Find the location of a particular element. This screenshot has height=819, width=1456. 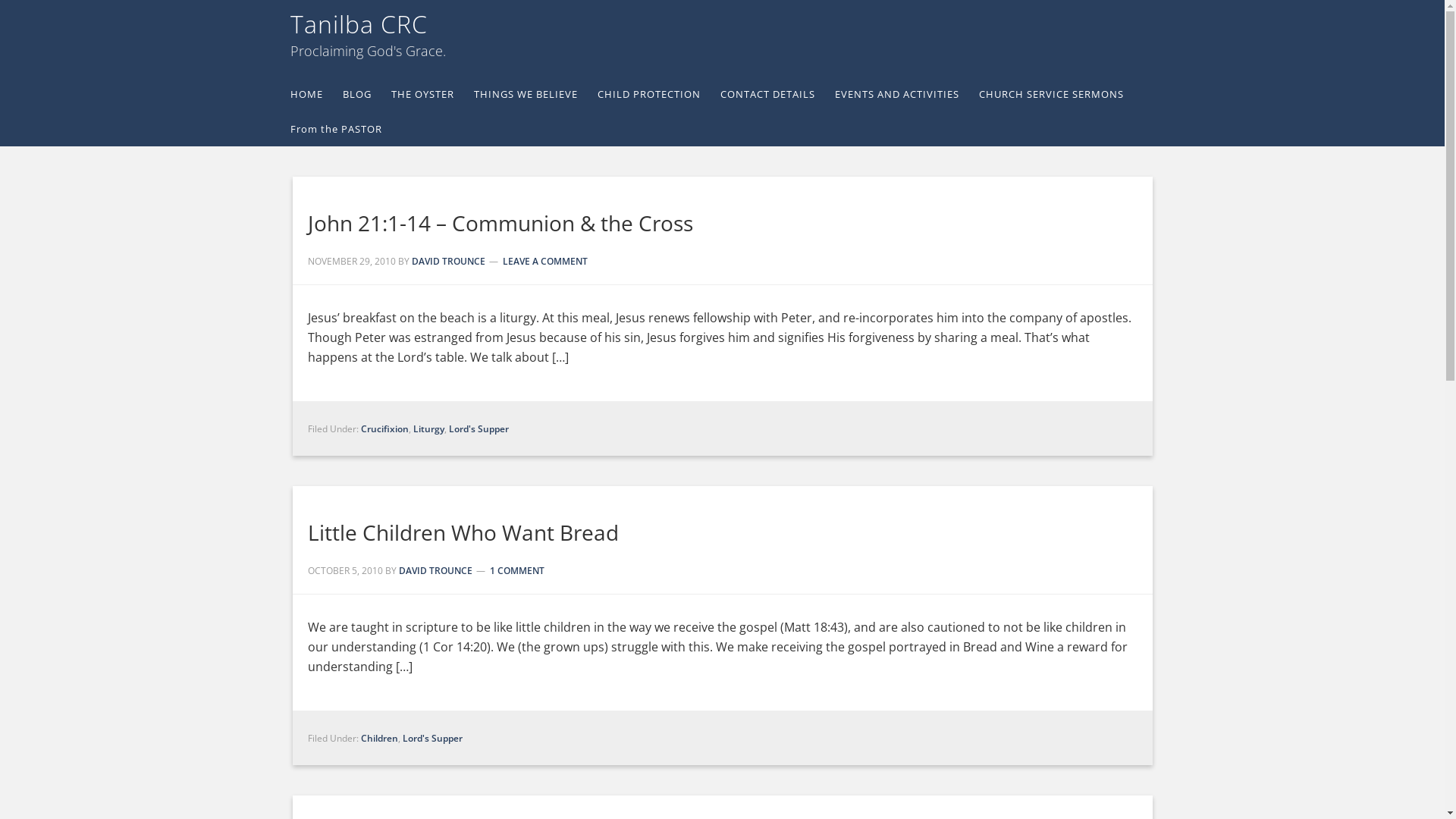

'CHURCH SERVICE SERMONS' is located at coordinates (1059, 94).